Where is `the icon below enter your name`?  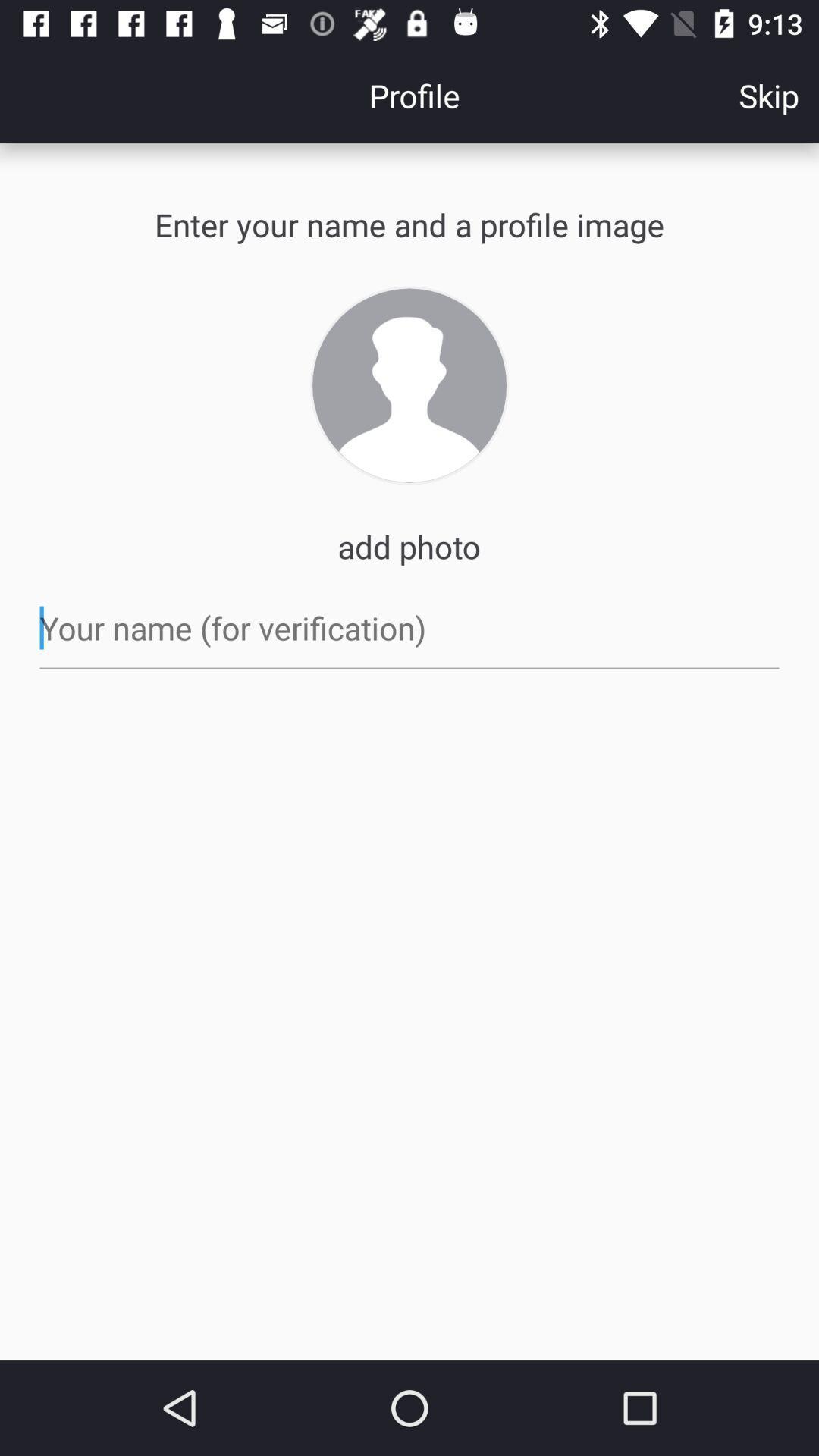
the icon below enter your name is located at coordinates (409, 385).